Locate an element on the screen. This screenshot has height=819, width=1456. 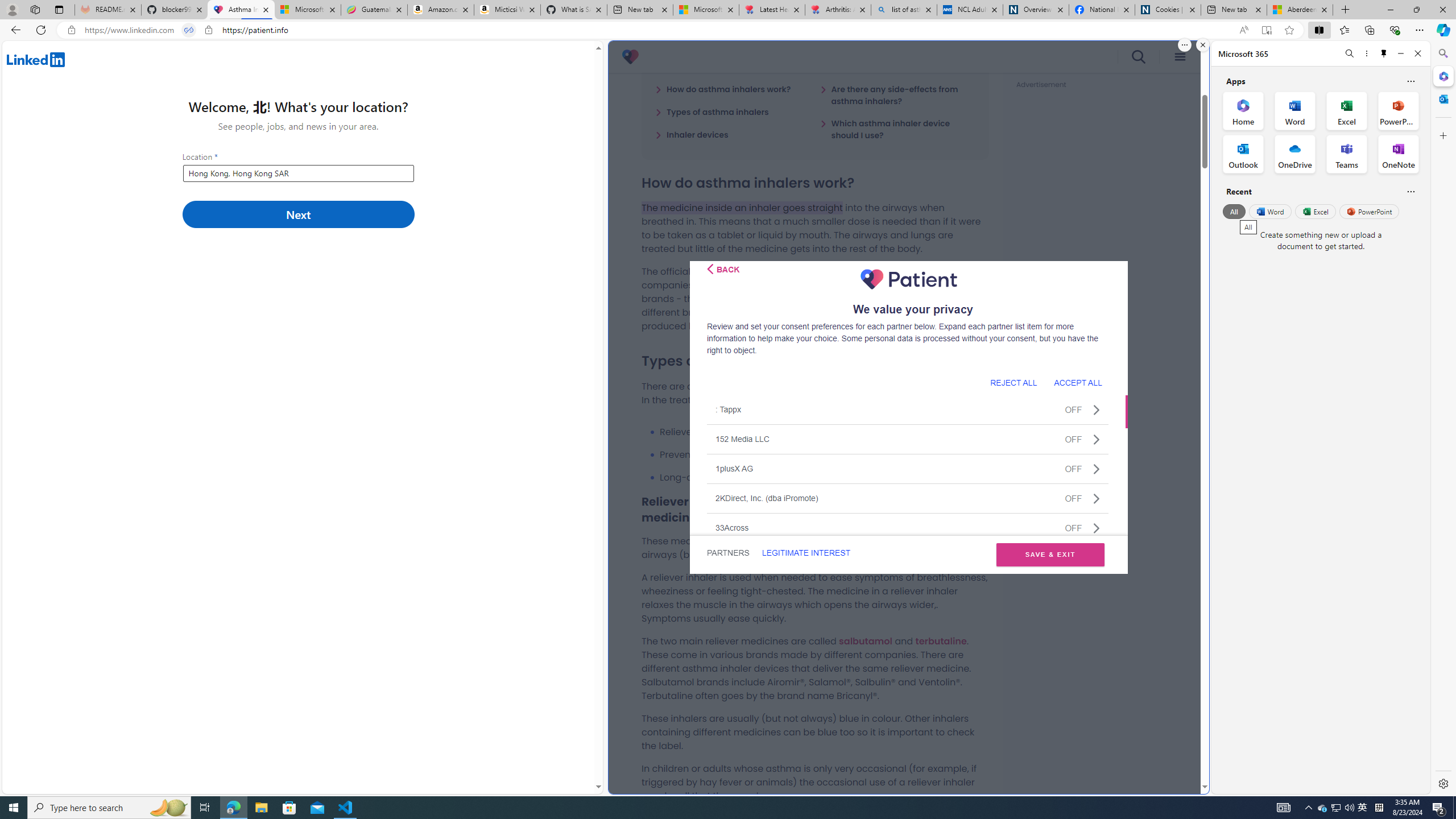
'Inhaler devices' is located at coordinates (691, 134).